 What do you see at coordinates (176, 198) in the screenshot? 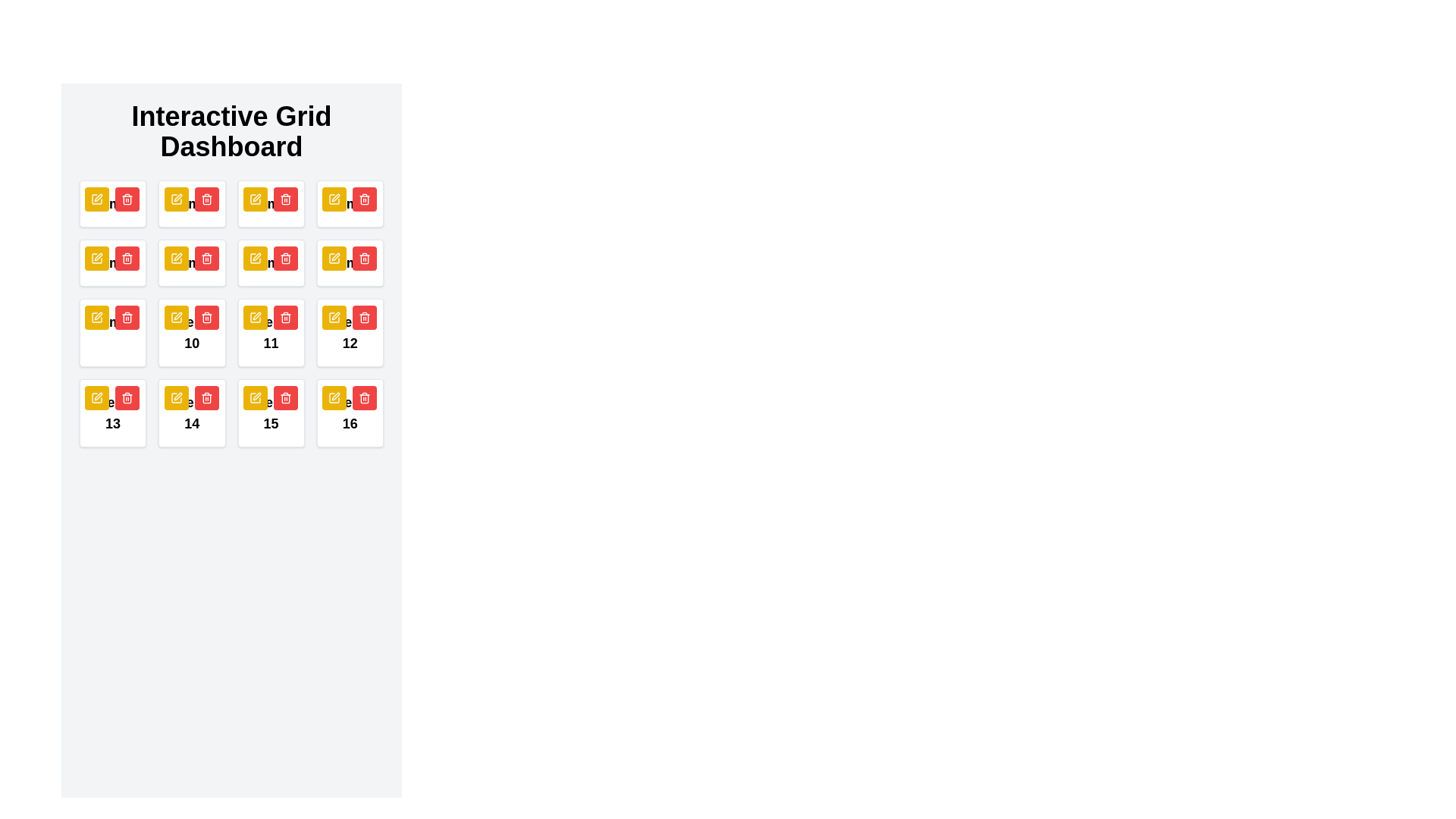
I see `the square icon with a stylized, partially erased bottom right corner located in the top-left corner of the interactive grid, within the first card of the interface` at bounding box center [176, 198].